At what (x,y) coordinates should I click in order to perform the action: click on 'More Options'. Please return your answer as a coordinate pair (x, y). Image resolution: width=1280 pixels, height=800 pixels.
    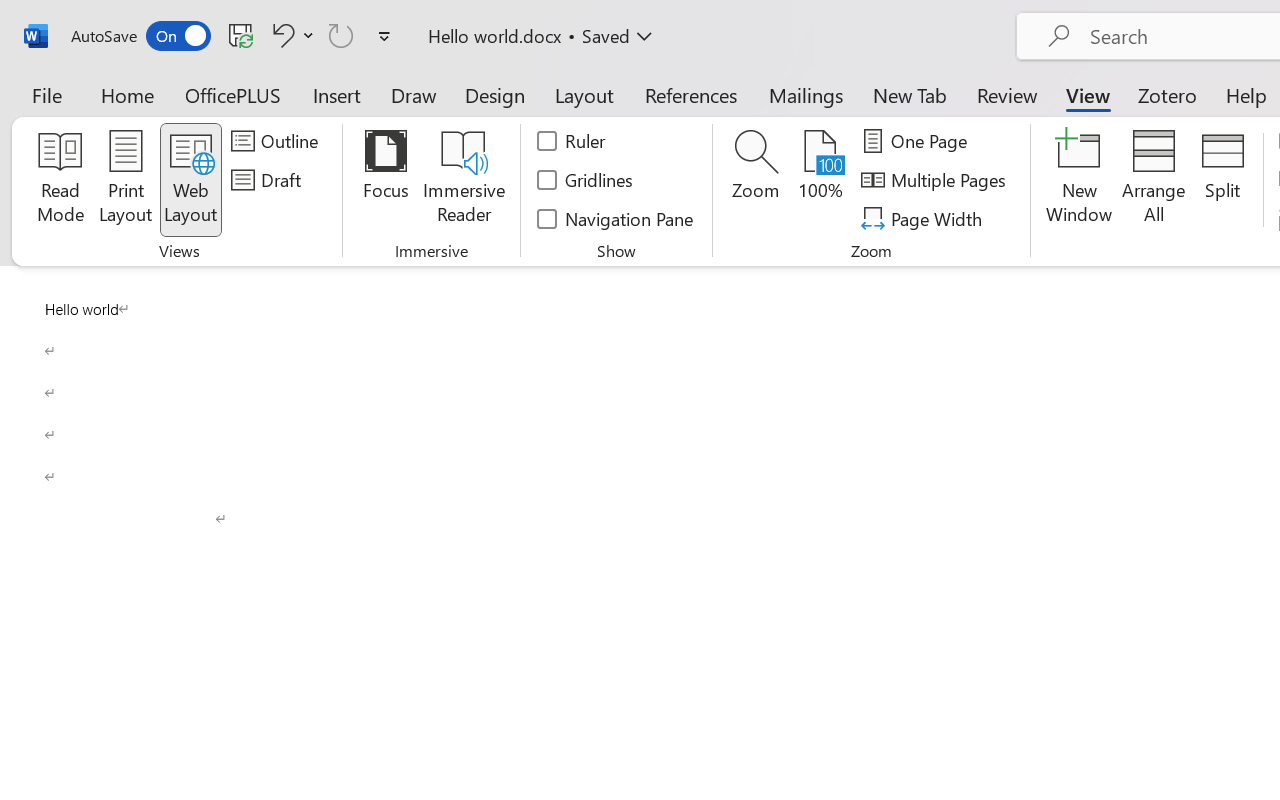
    Looking at the image, I should click on (308, 34).